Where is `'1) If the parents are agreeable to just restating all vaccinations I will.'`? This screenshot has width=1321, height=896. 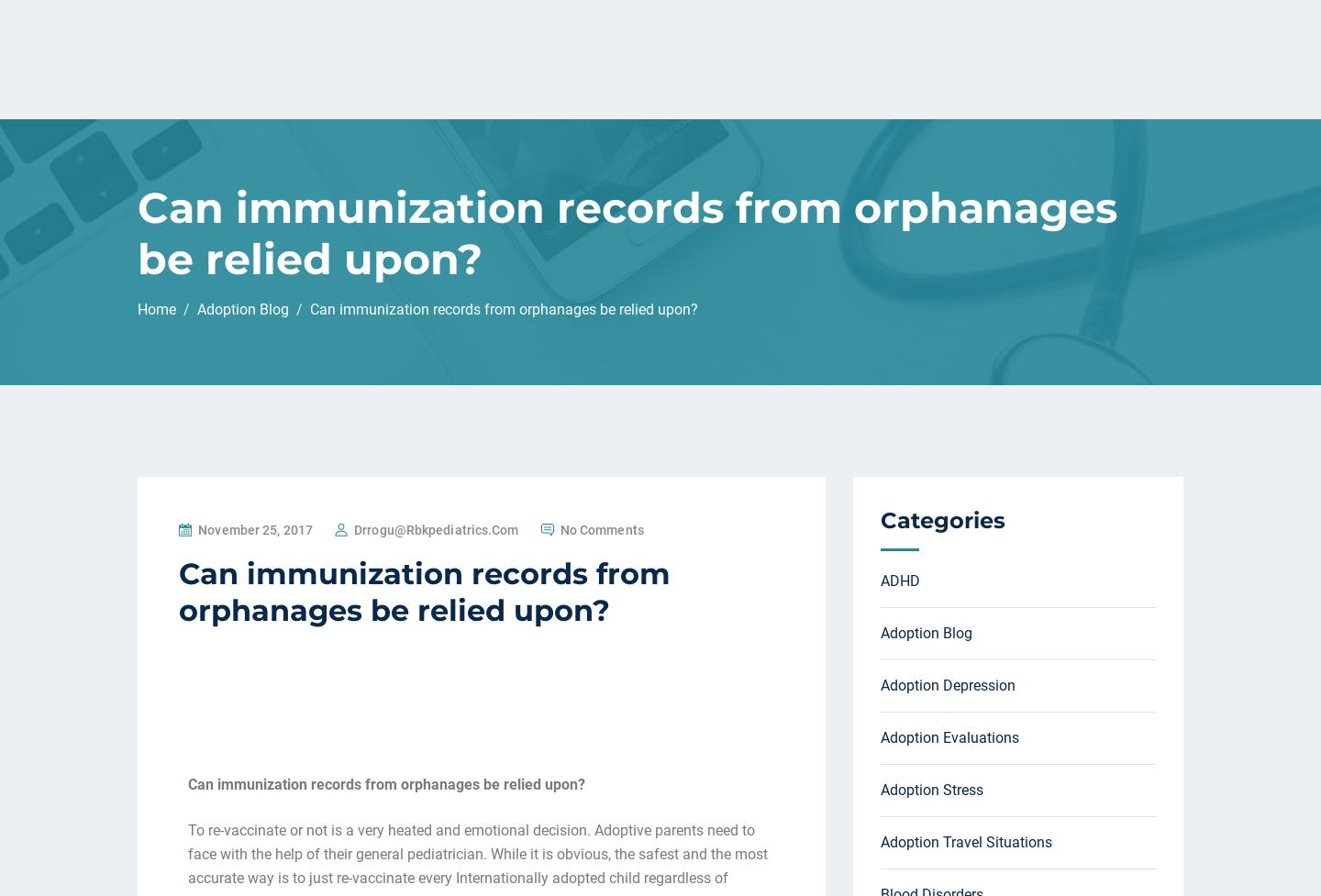 '1) If the parents are agreeable to just restating all vaccinations I will.' is located at coordinates (407, 146).